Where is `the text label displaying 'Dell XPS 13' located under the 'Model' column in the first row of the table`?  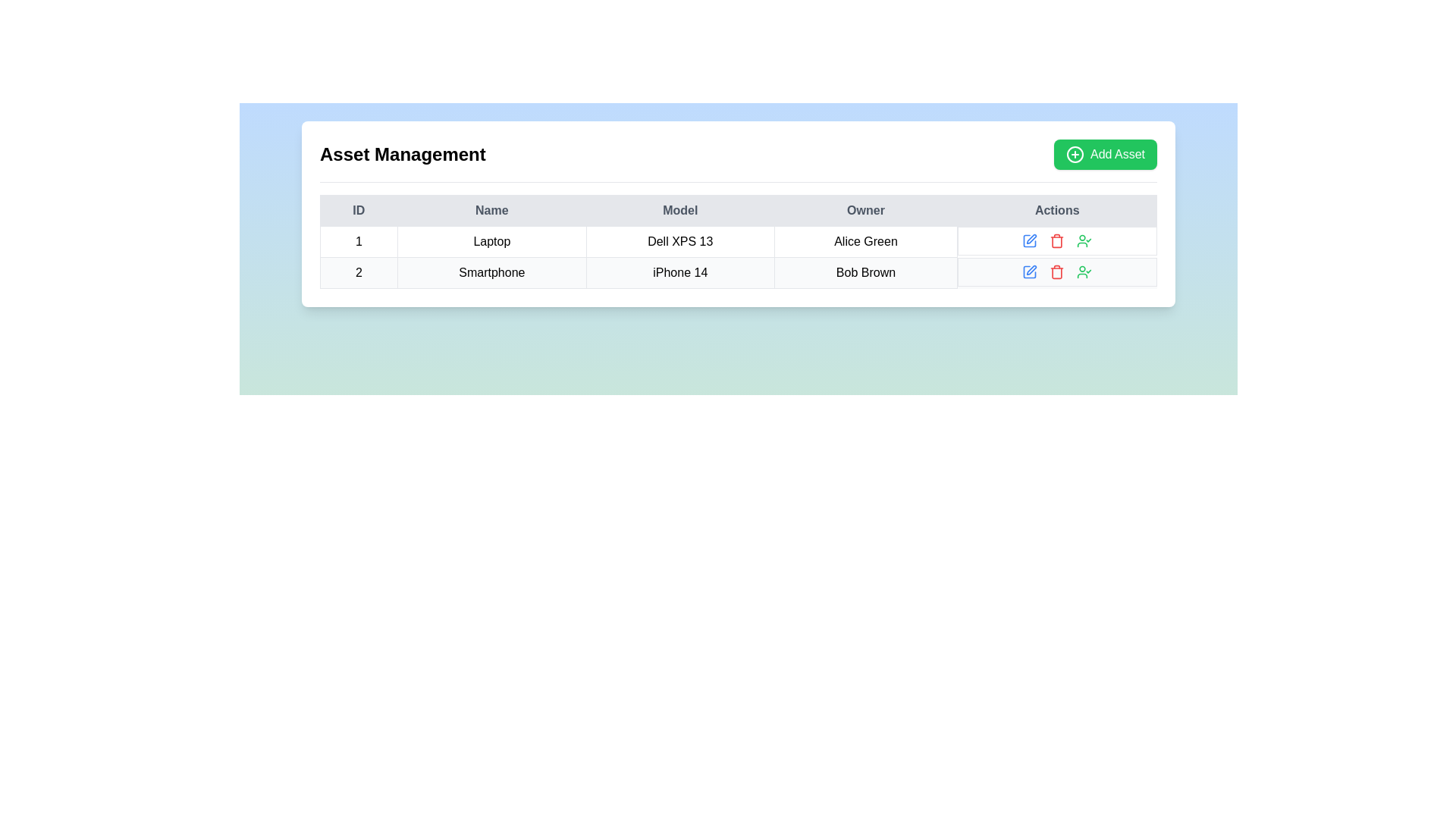 the text label displaying 'Dell XPS 13' located under the 'Model' column in the first row of the table is located at coordinates (679, 241).